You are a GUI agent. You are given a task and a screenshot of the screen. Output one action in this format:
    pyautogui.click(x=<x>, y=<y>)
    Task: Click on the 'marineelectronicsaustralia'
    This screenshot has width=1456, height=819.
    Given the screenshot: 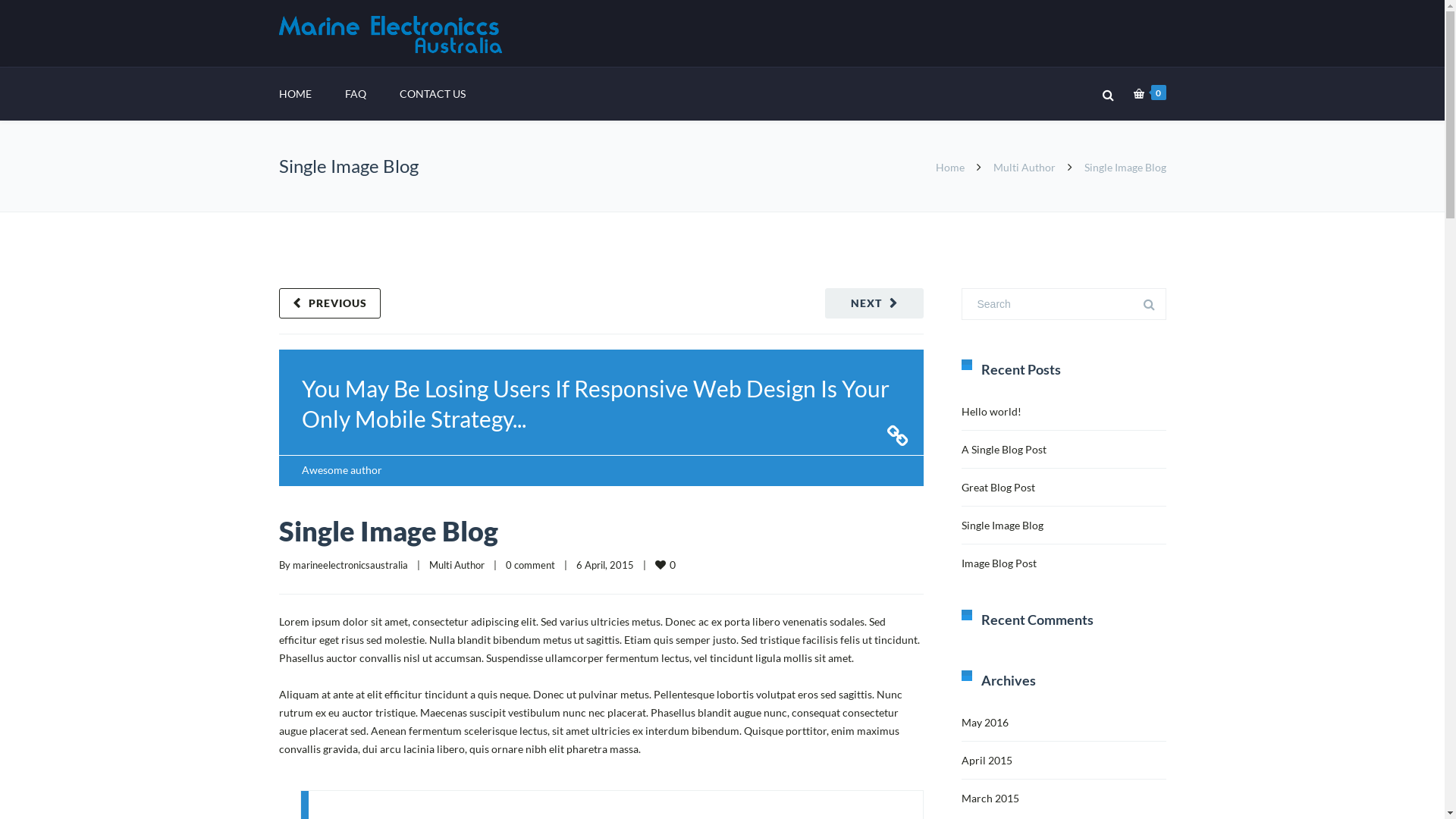 What is the action you would take?
    pyautogui.click(x=349, y=564)
    